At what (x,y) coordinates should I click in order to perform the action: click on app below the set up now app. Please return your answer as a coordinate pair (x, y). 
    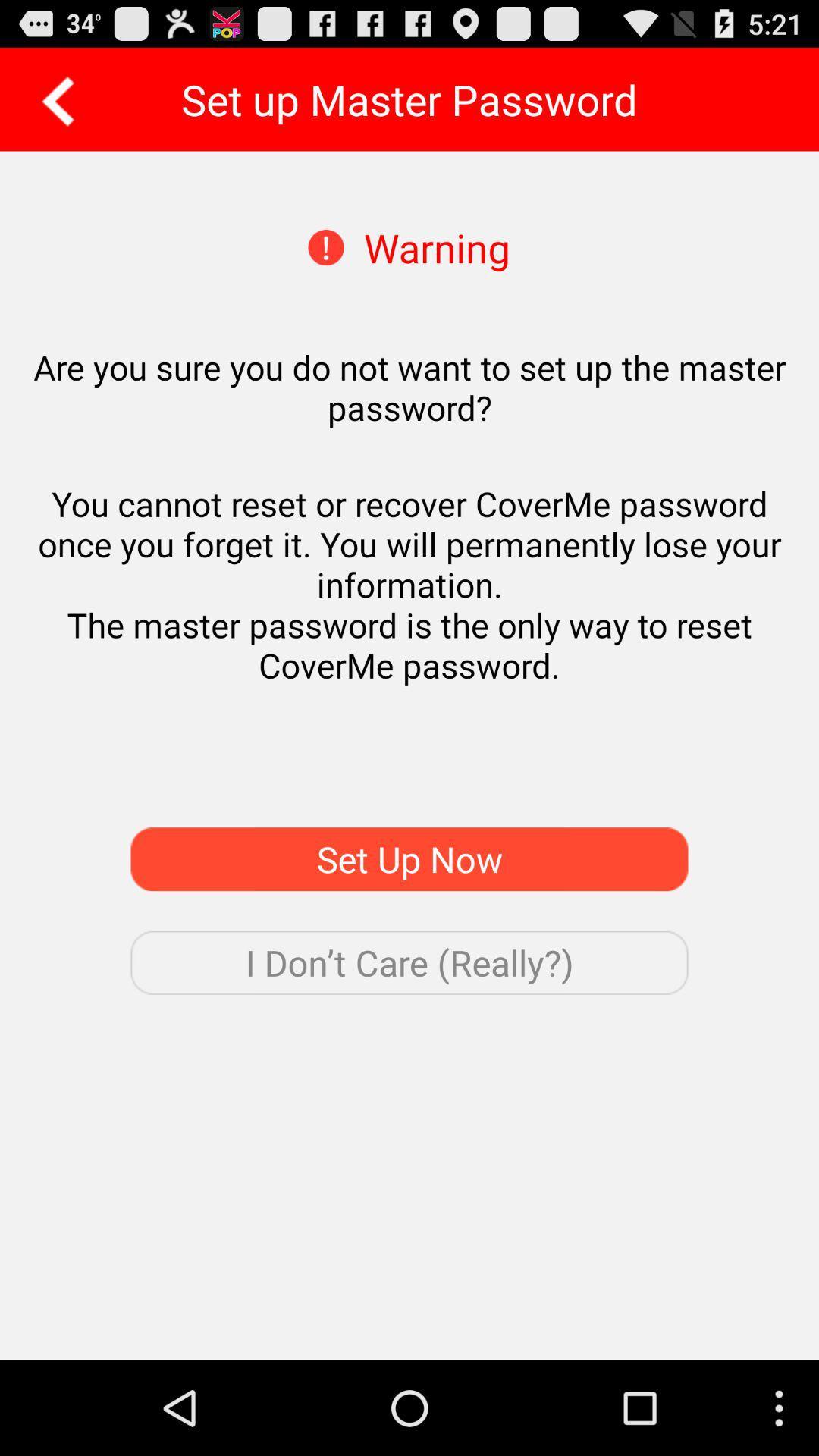
    Looking at the image, I should click on (409, 962).